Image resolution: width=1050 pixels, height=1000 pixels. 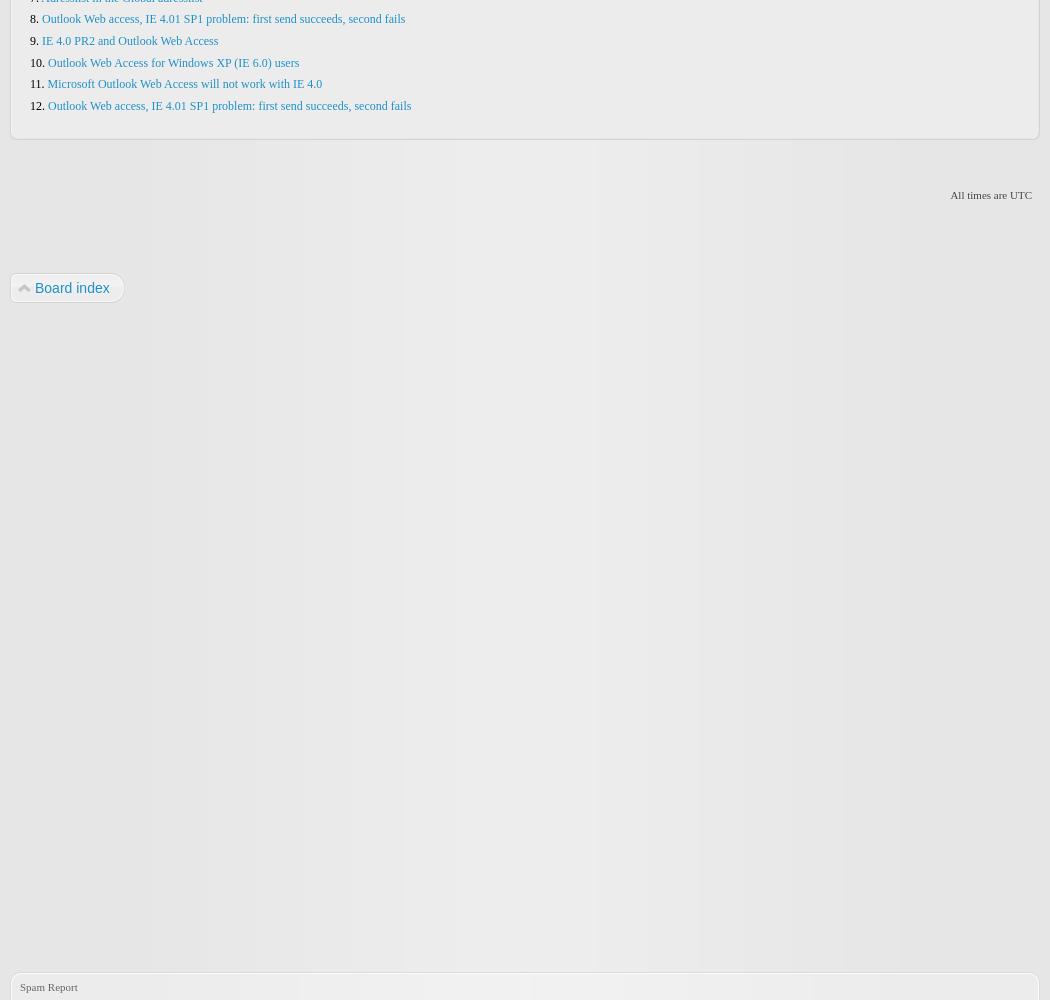 I want to click on '11.', so click(x=38, y=83).